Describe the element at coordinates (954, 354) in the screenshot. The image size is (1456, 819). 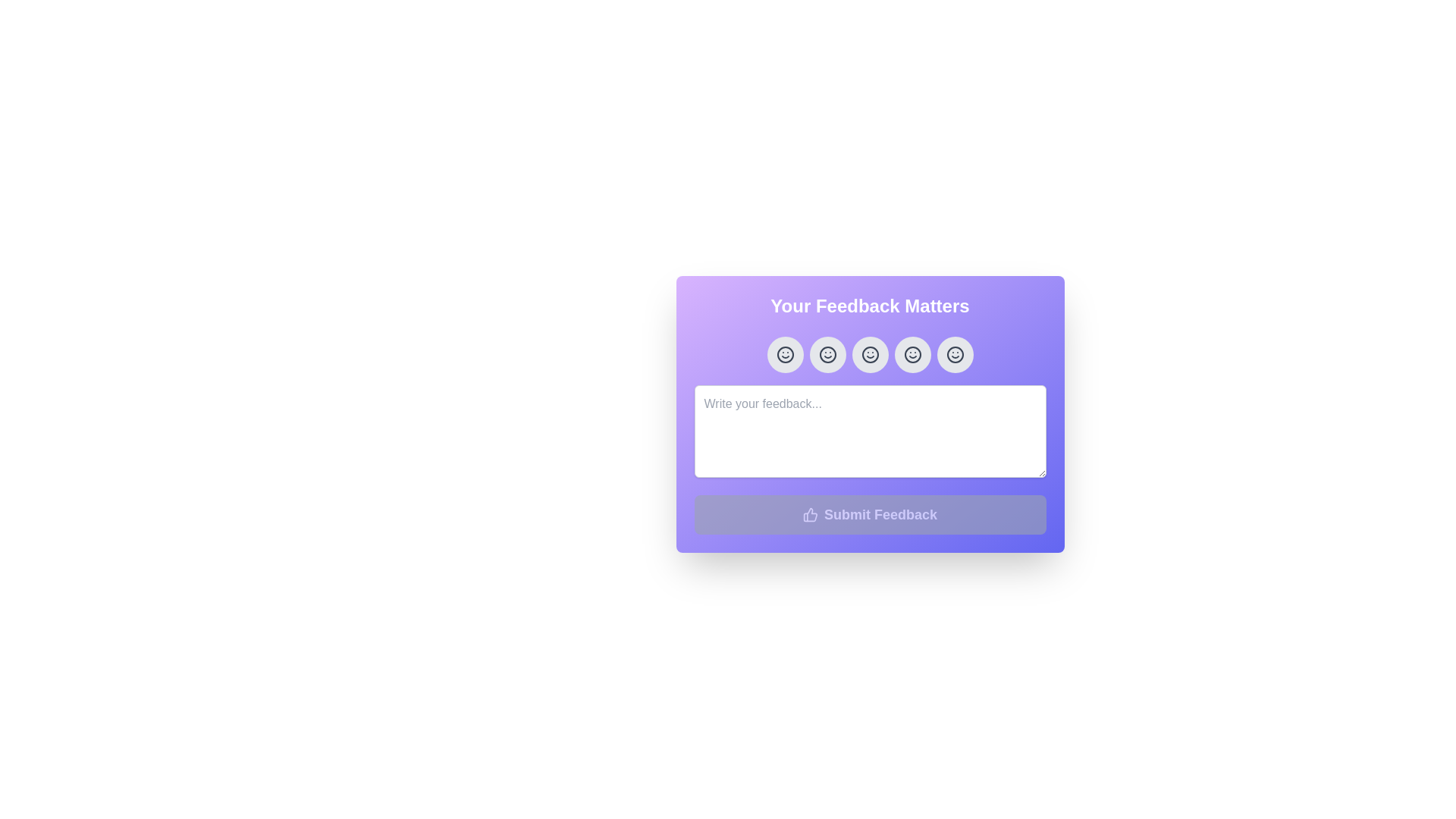
I see `the last button in the horizontal row of five buttons at the top of the feedback form` at that location.